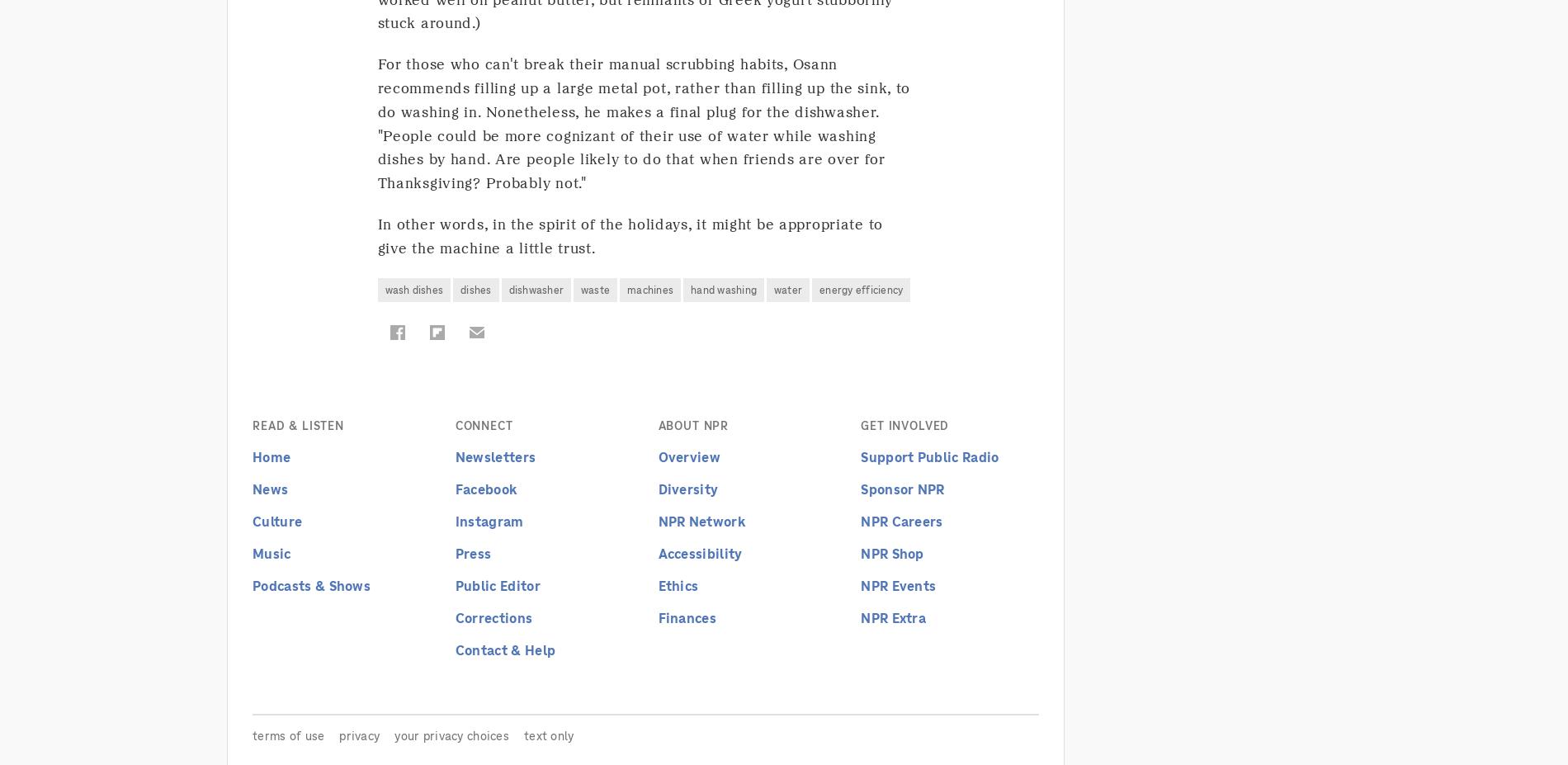 Image resolution: width=1568 pixels, height=765 pixels. I want to click on 'Music', so click(271, 552).